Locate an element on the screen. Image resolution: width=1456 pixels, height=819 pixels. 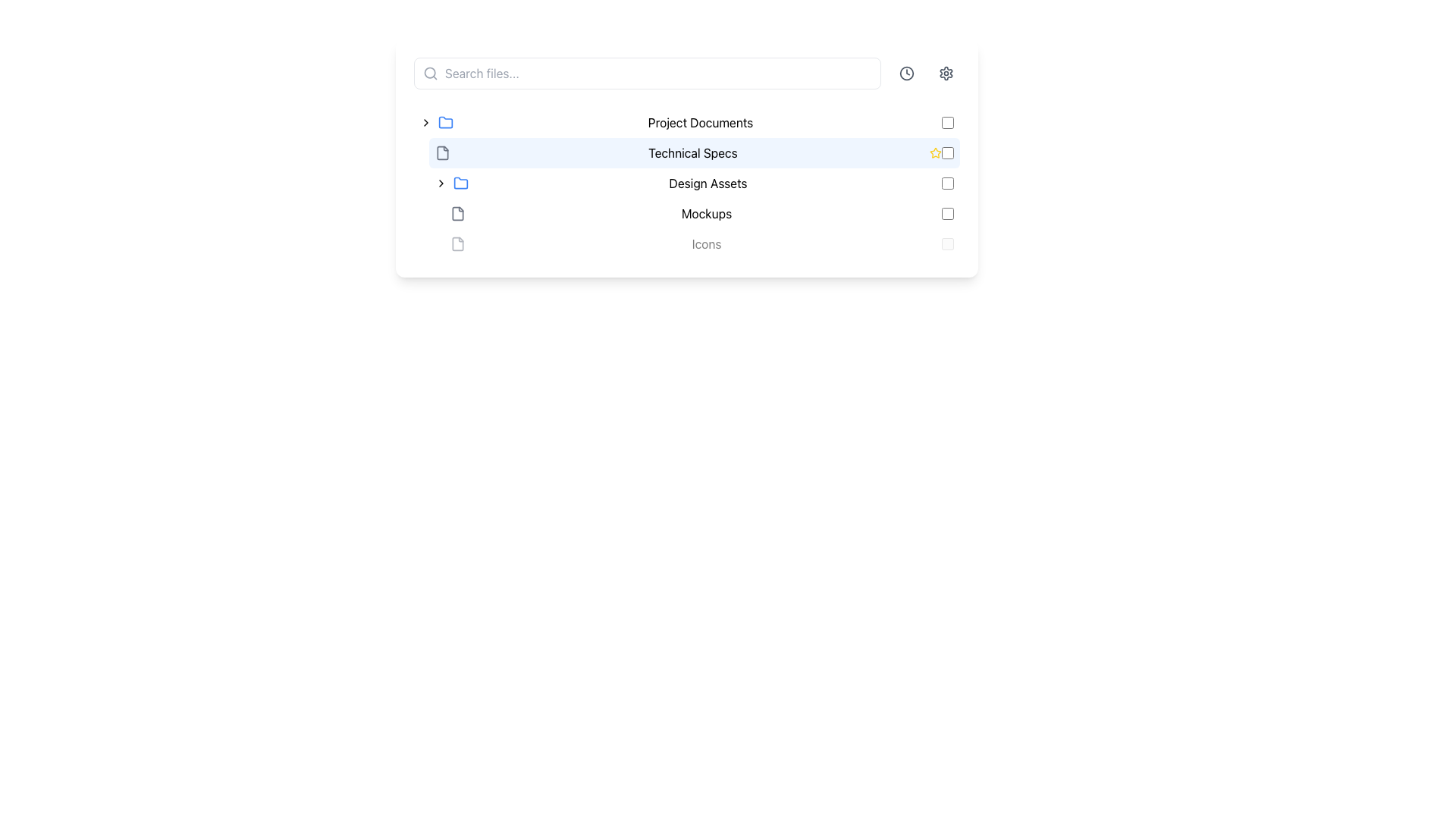
the settings gear icon located in the top-right corner of the interface to trigger hover effects is located at coordinates (946, 73).